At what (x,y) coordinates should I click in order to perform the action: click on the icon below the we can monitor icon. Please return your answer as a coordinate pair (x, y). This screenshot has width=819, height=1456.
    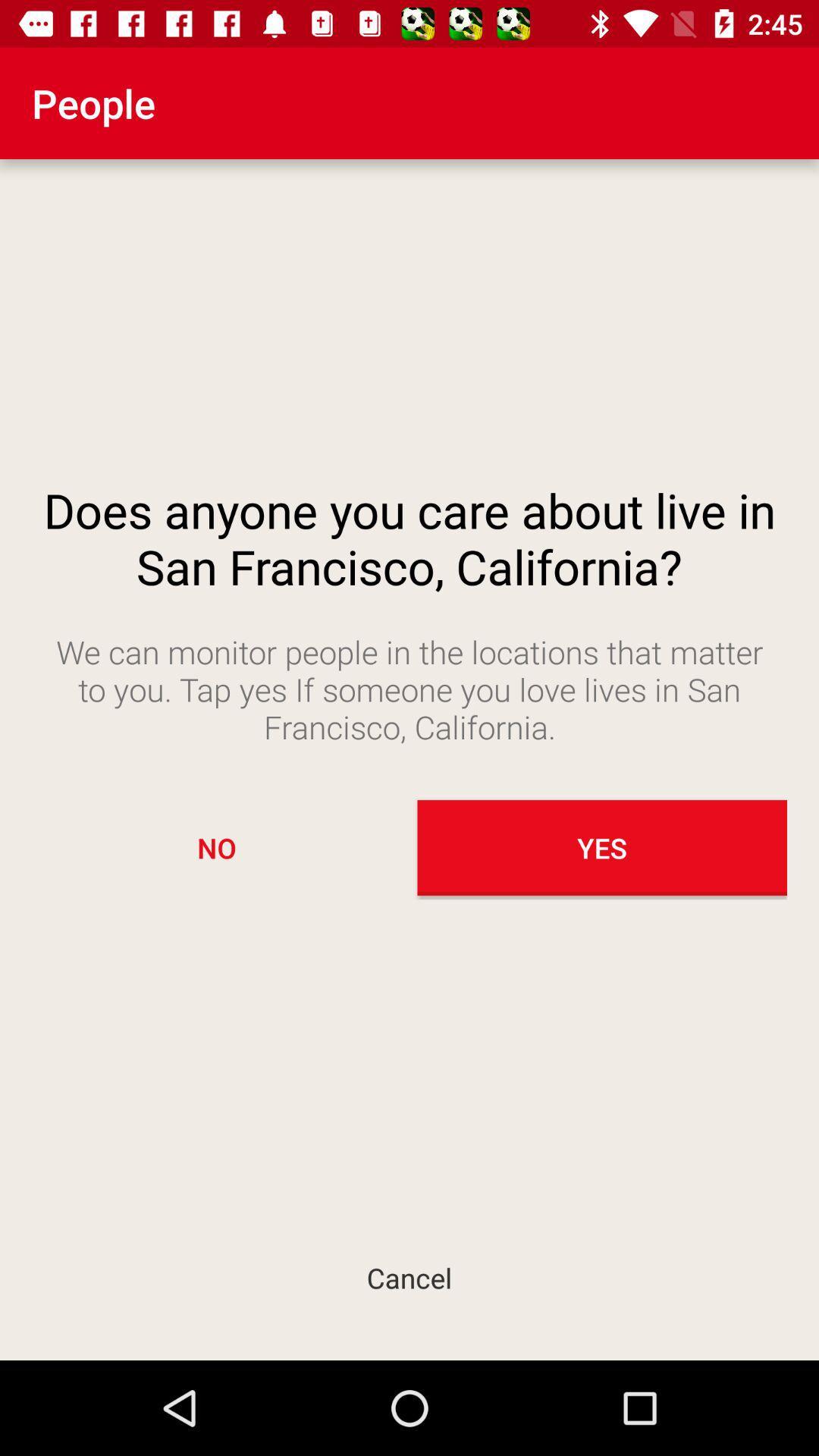
    Looking at the image, I should click on (216, 847).